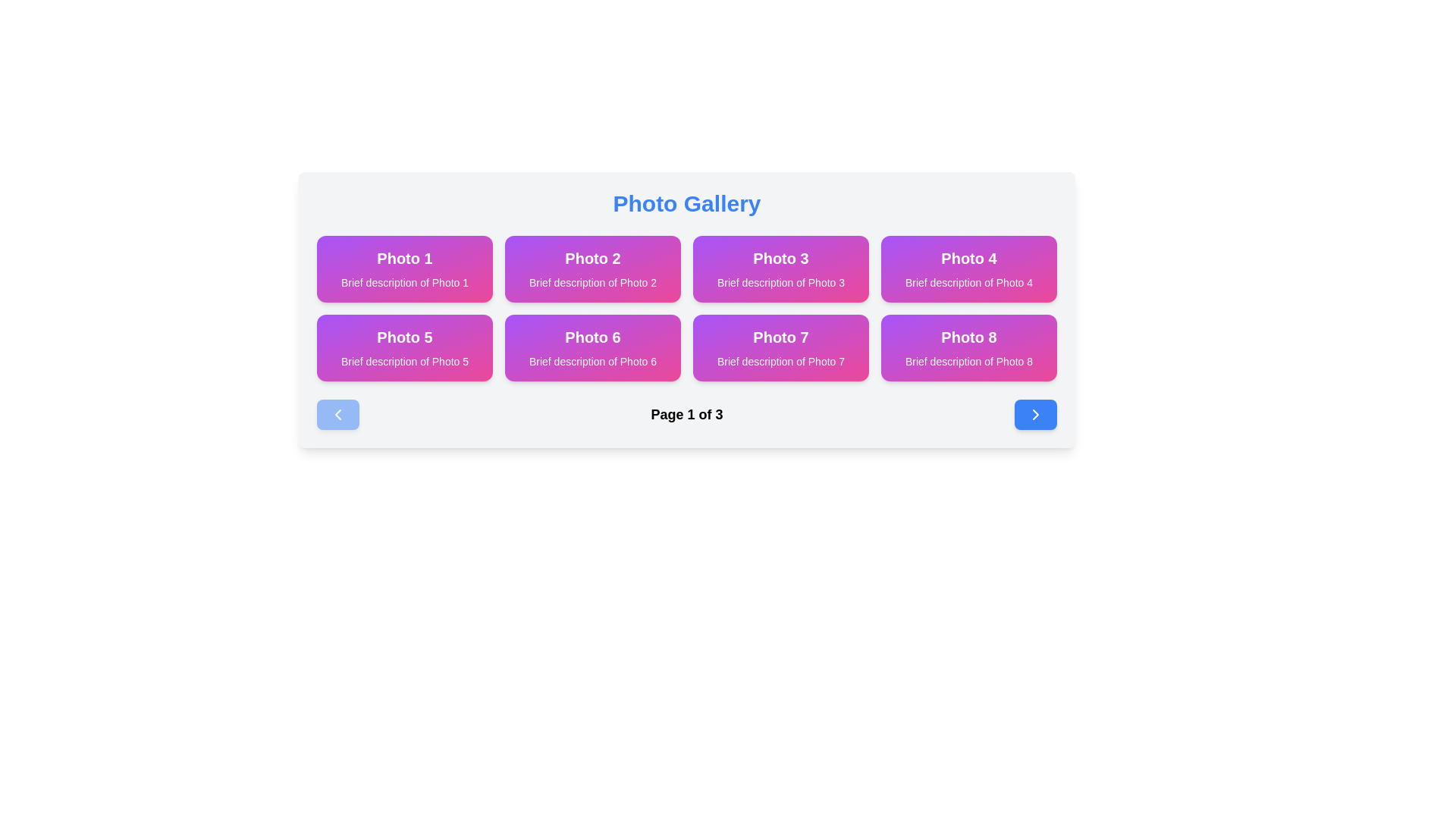 The width and height of the screenshot is (1456, 819). What do you see at coordinates (404, 268) in the screenshot?
I see `the rectangular card with a gradient background from purple to pink, featuring the text 'Photo 1' in bold and large font` at bounding box center [404, 268].